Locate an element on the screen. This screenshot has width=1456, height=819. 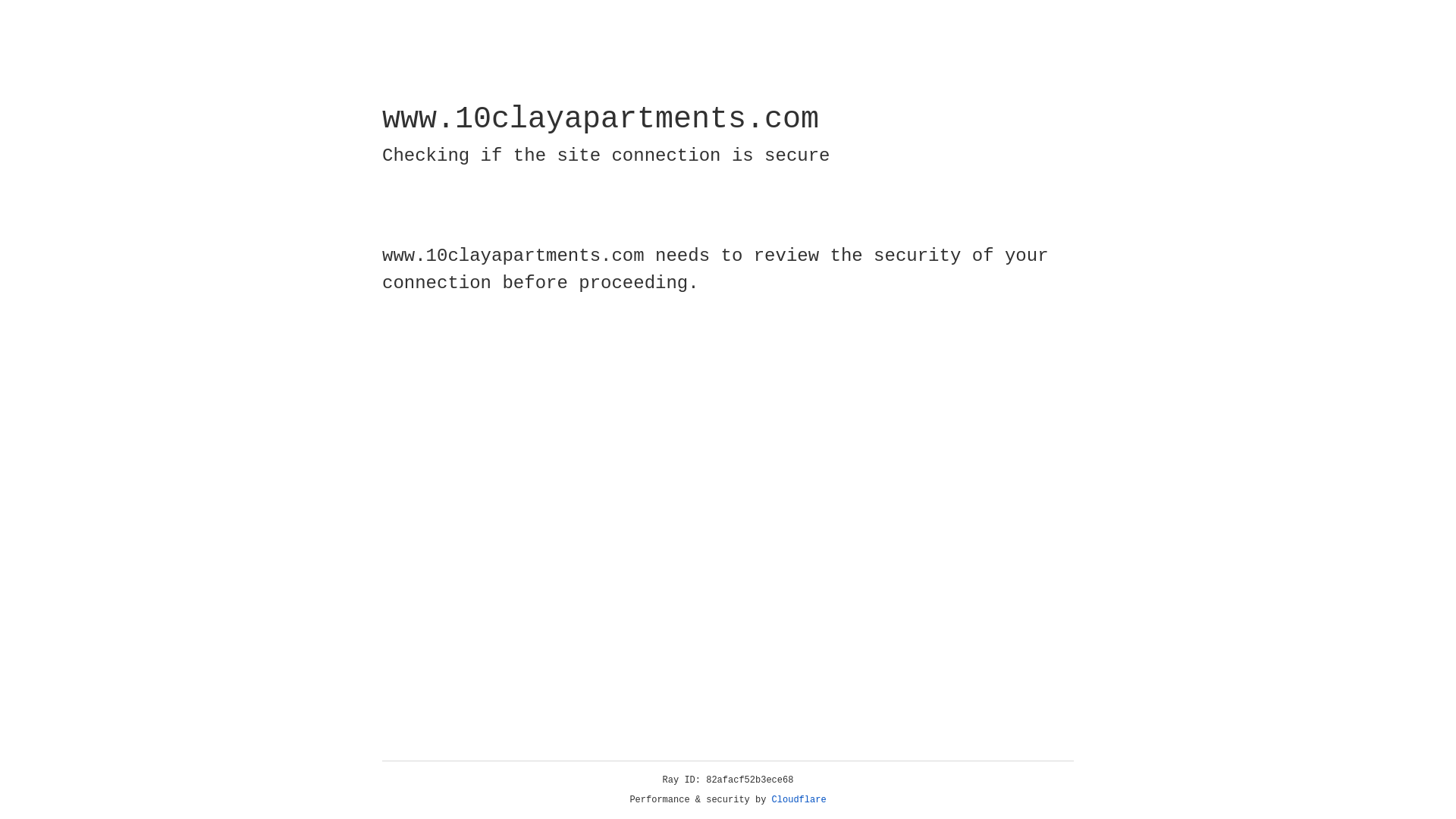
'Cloudflare' is located at coordinates (799, 799).